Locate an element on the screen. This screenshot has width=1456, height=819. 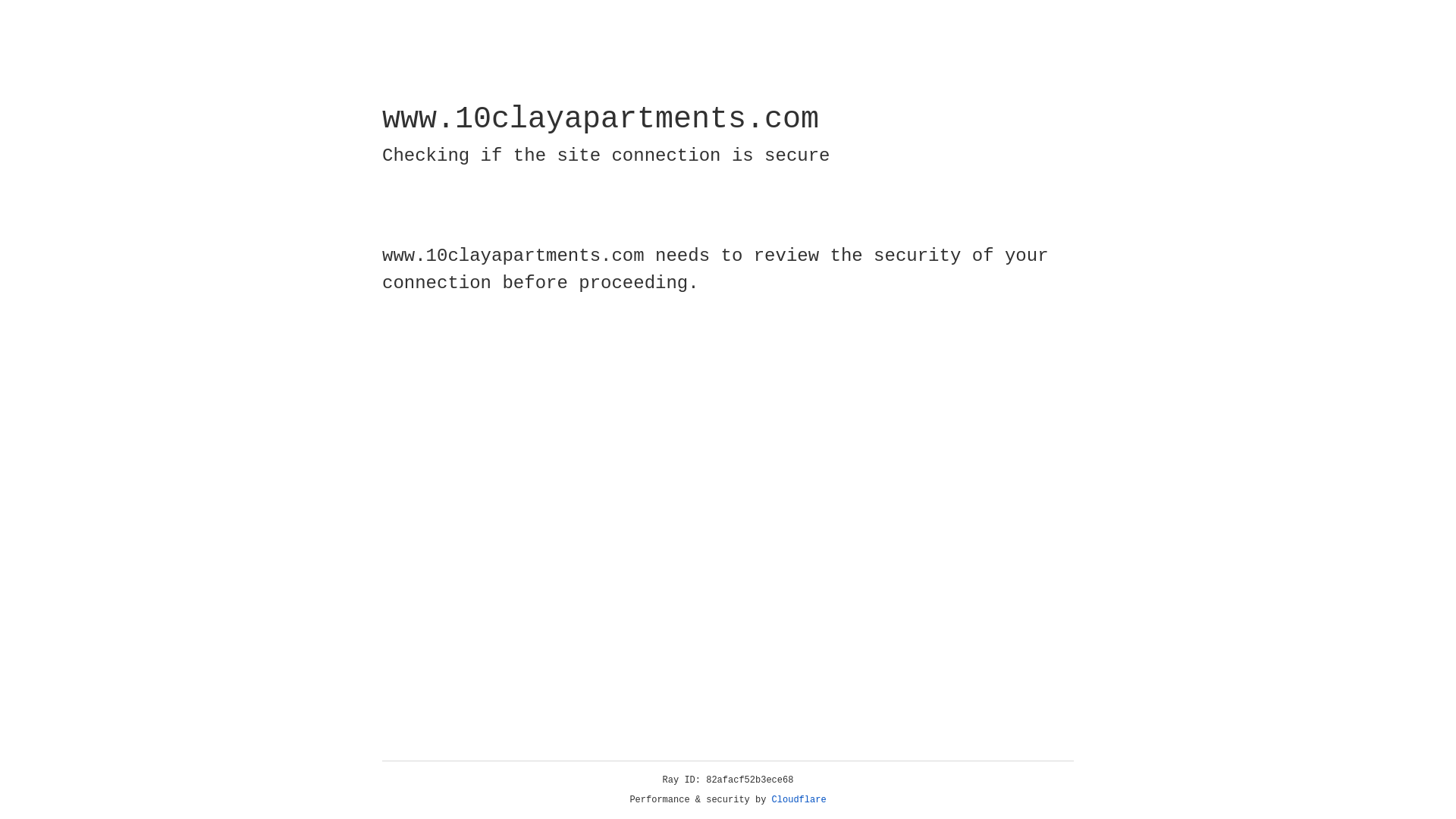
'Cloudflare' is located at coordinates (799, 799).